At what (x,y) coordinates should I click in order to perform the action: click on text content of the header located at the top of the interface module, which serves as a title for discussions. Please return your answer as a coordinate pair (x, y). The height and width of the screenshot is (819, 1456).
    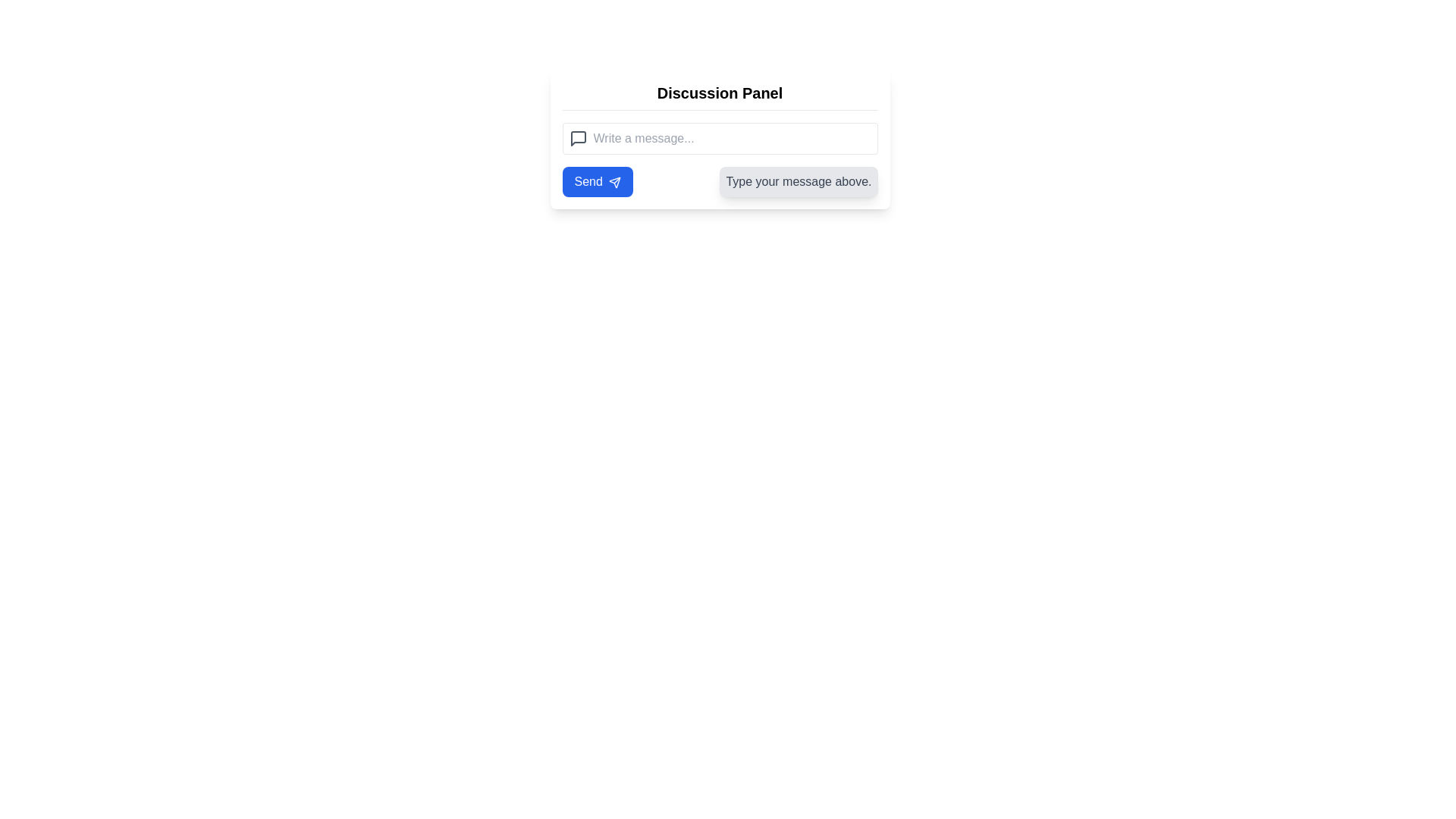
    Looking at the image, I should click on (719, 93).